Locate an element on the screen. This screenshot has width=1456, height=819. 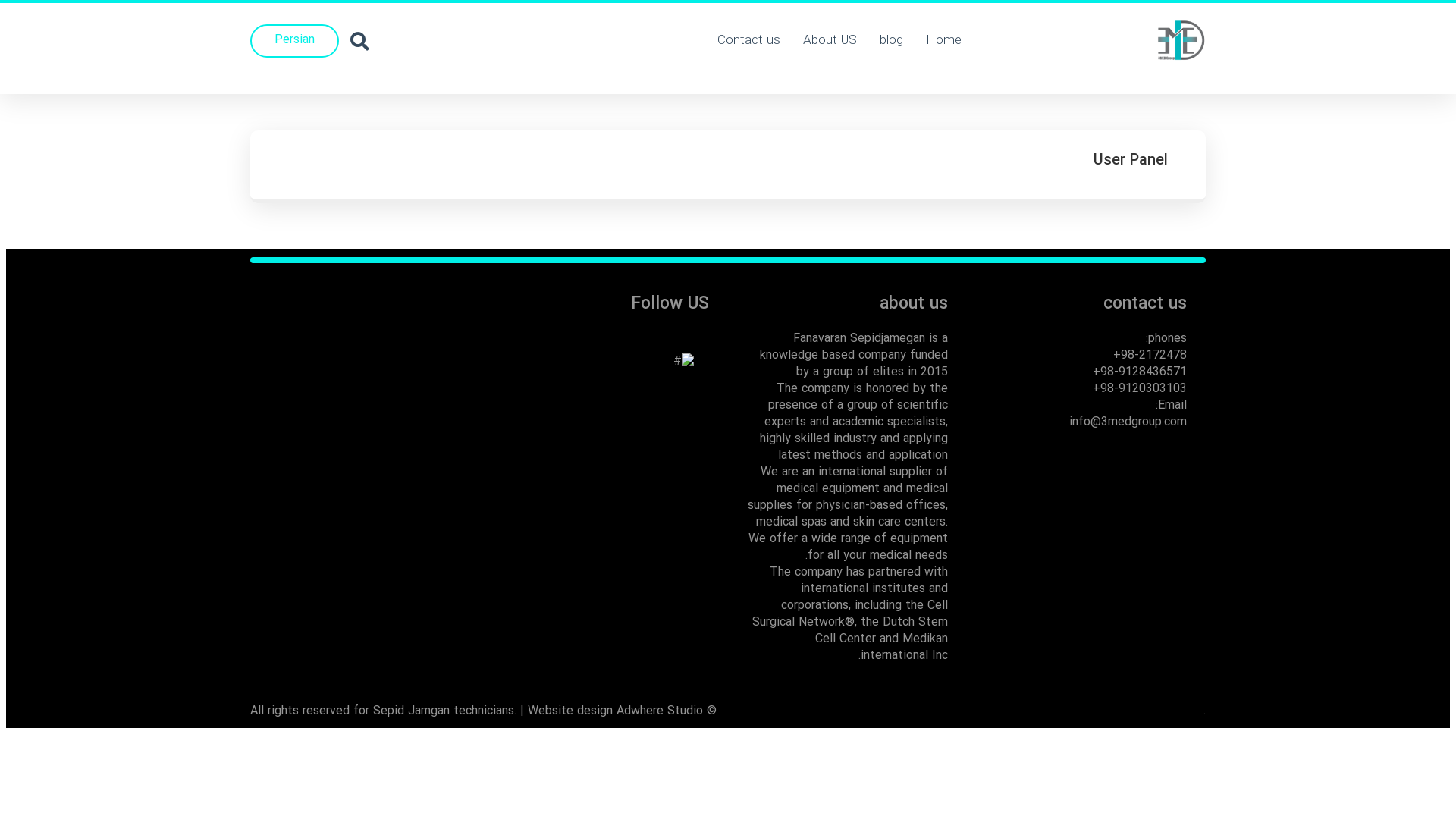
'About US' is located at coordinates (829, 40).